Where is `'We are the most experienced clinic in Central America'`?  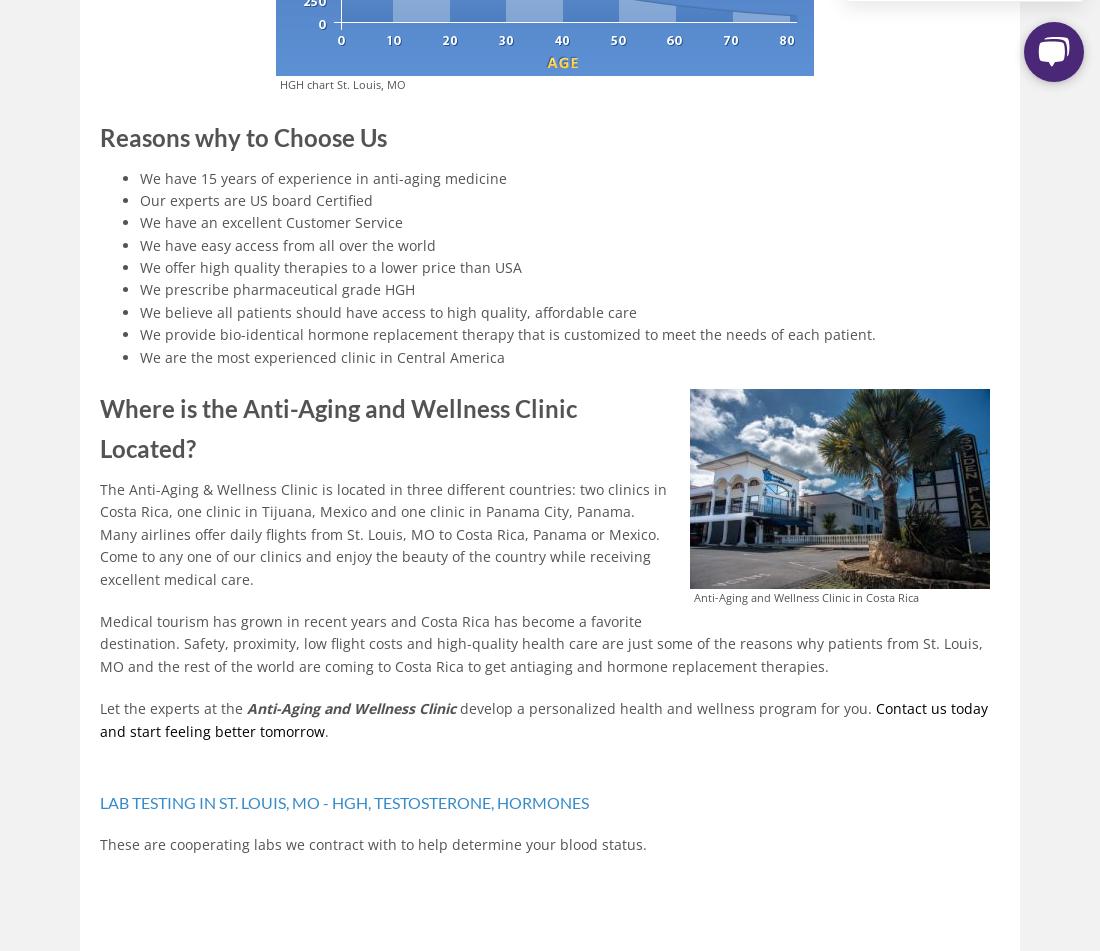
'We are the most experienced clinic in Central America' is located at coordinates (321, 356).